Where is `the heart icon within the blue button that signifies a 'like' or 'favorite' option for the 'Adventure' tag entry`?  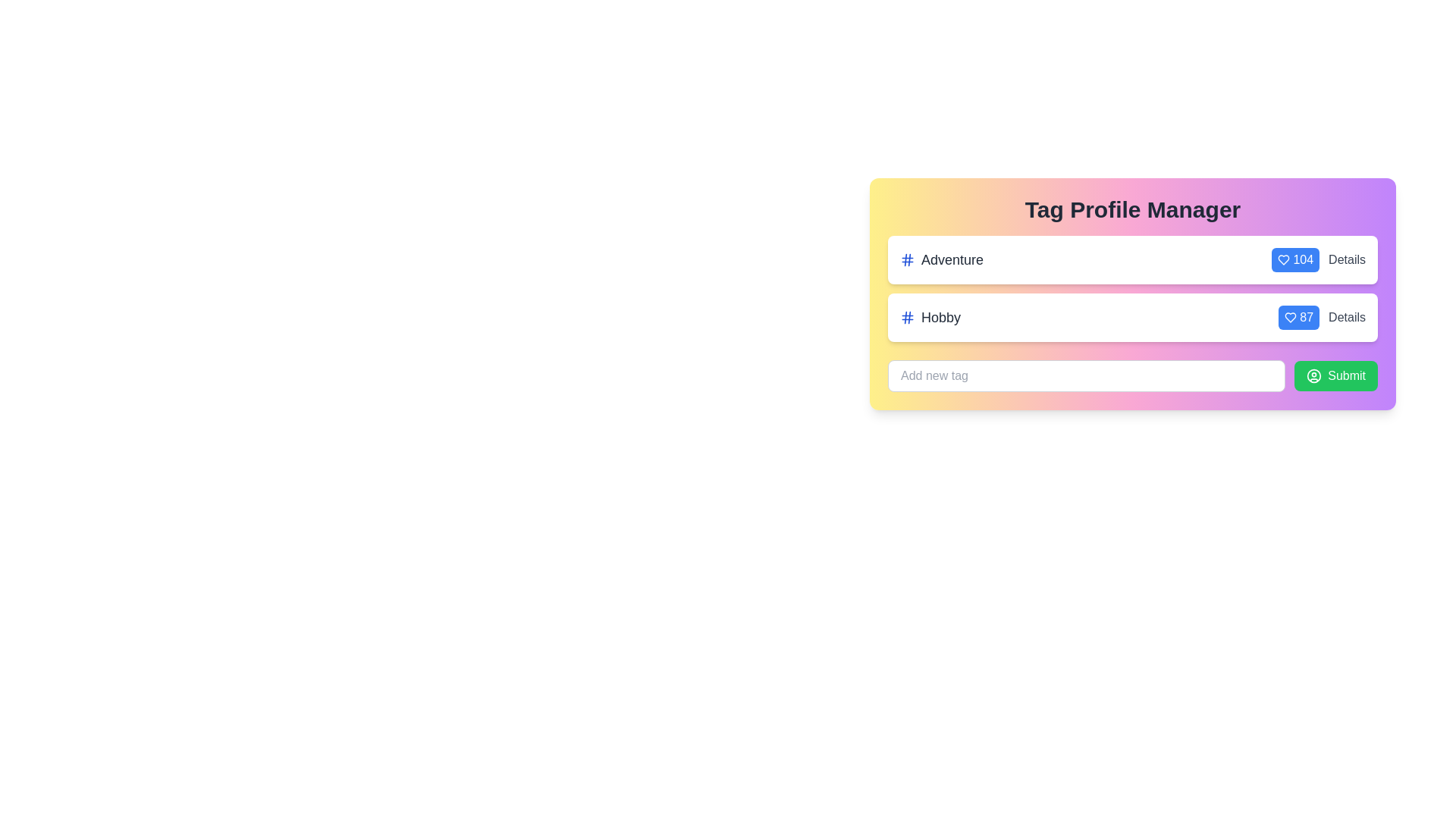
the heart icon within the blue button that signifies a 'like' or 'favorite' option for the 'Adventure' tag entry is located at coordinates (1283, 259).